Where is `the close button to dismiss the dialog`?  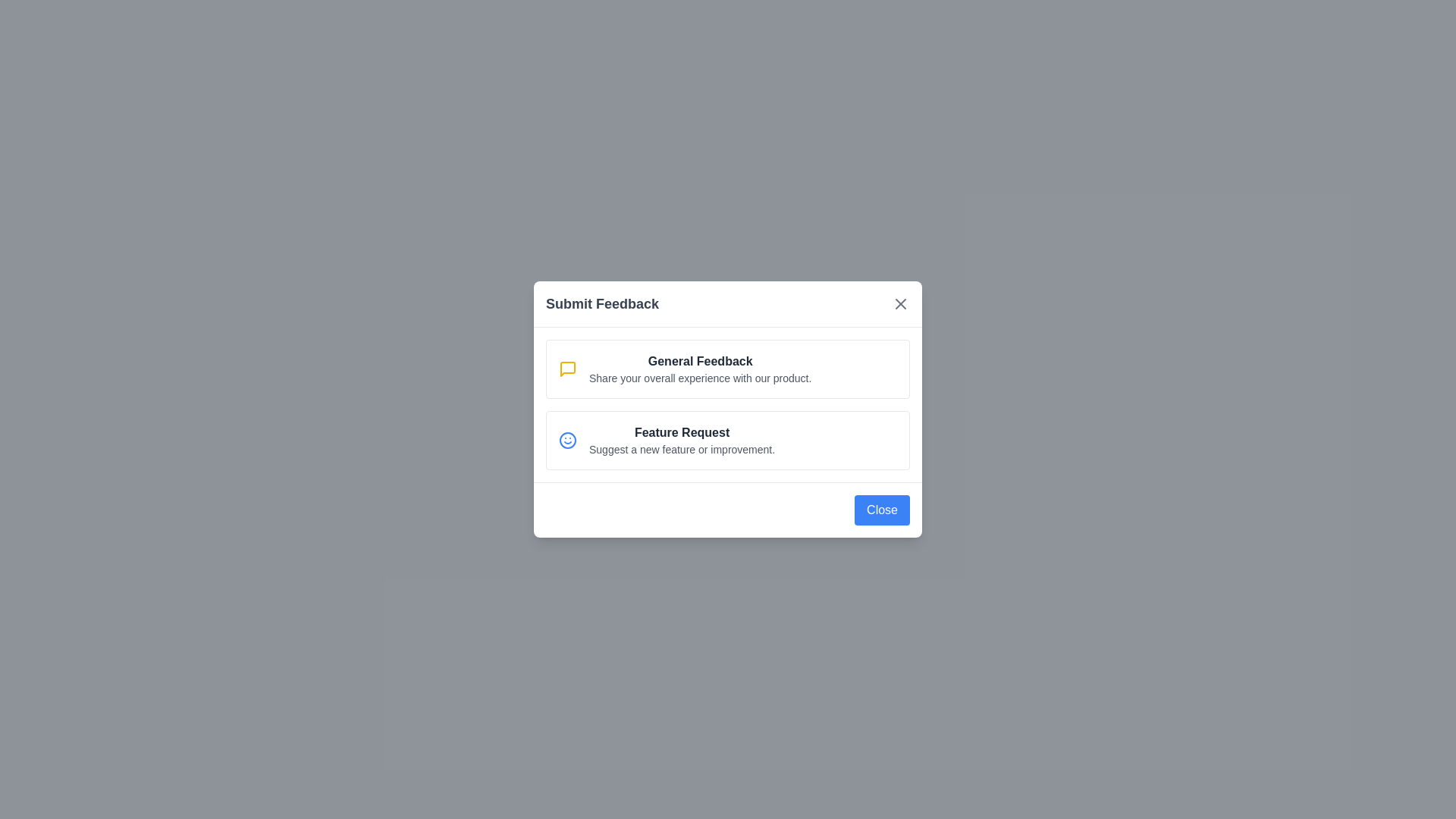 the close button to dismiss the dialog is located at coordinates (901, 304).